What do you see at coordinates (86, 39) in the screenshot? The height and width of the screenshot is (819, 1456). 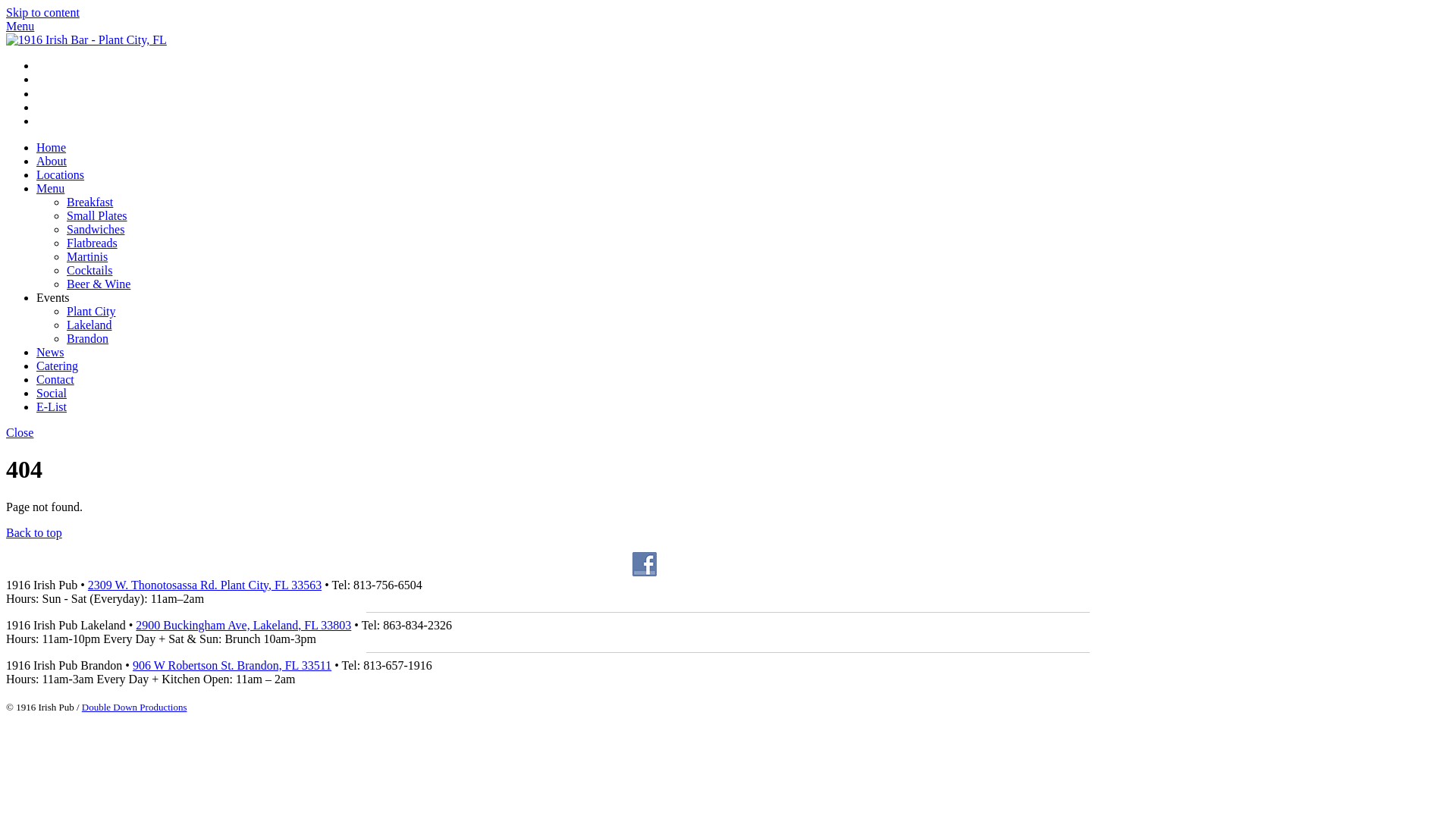 I see `'NineteenSixteen_2'` at bounding box center [86, 39].